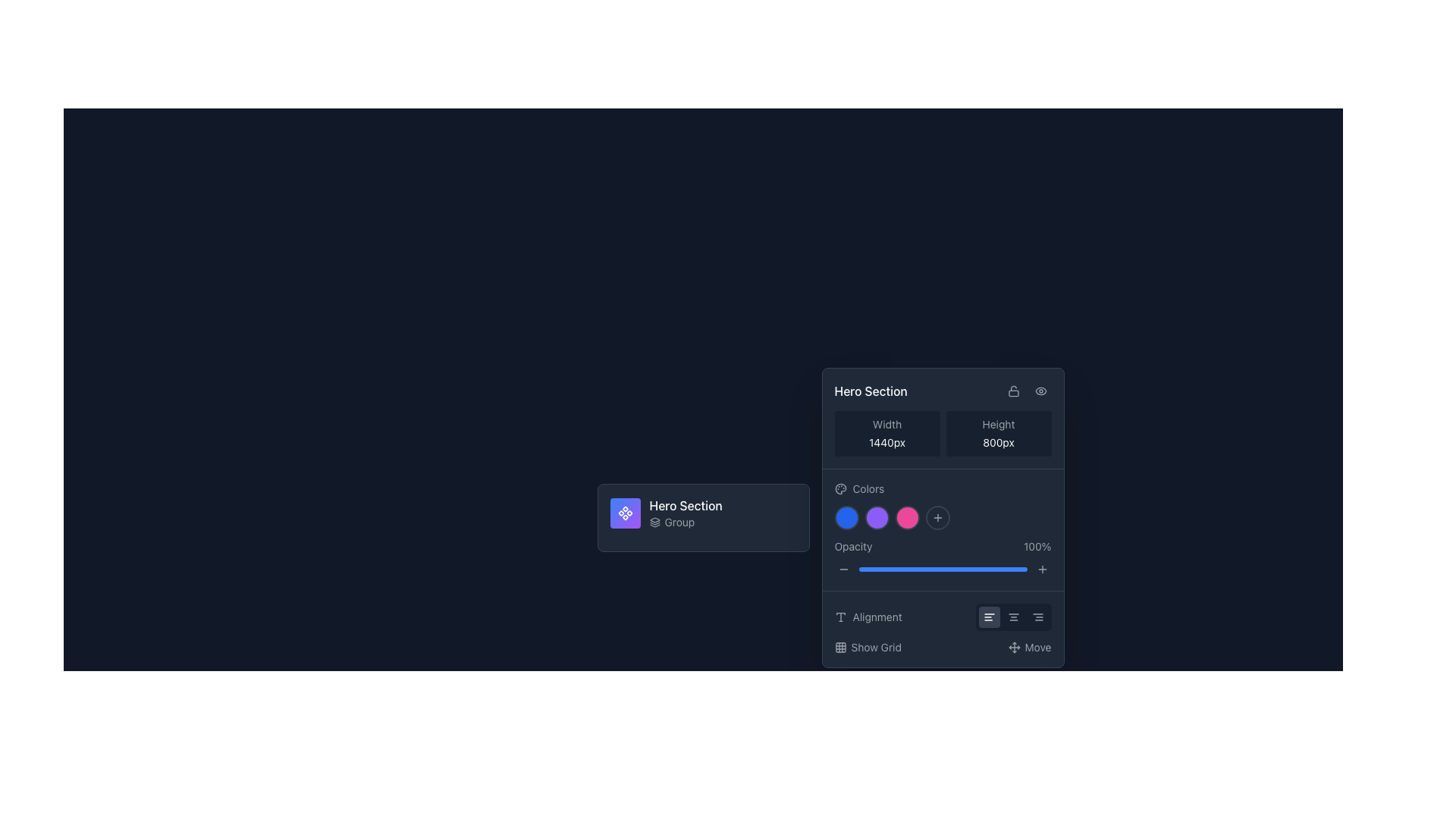 The height and width of the screenshot is (819, 1456). Describe the element at coordinates (937, 516) in the screenshot. I see `the circular button located at the bottom-right section of the panel to trigger visual feedback` at that location.